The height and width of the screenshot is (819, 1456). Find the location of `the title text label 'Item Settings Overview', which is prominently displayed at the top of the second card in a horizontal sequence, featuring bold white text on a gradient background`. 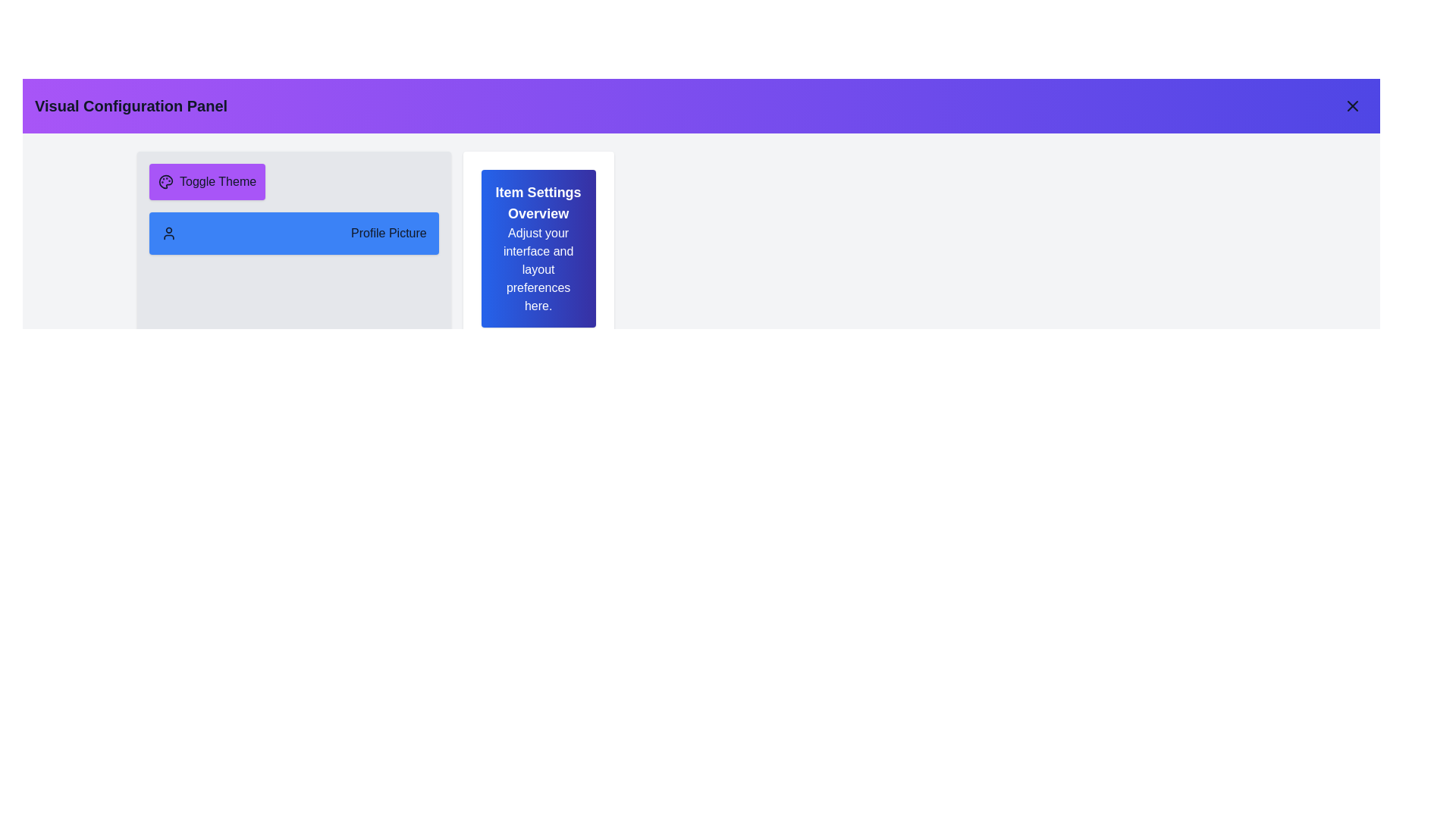

the title text label 'Item Settings Overview', which is prominently displayed at the top of the second card in a horizontal sequence, featuring bold white text on a gradient background is located at coordinates (538, 202).